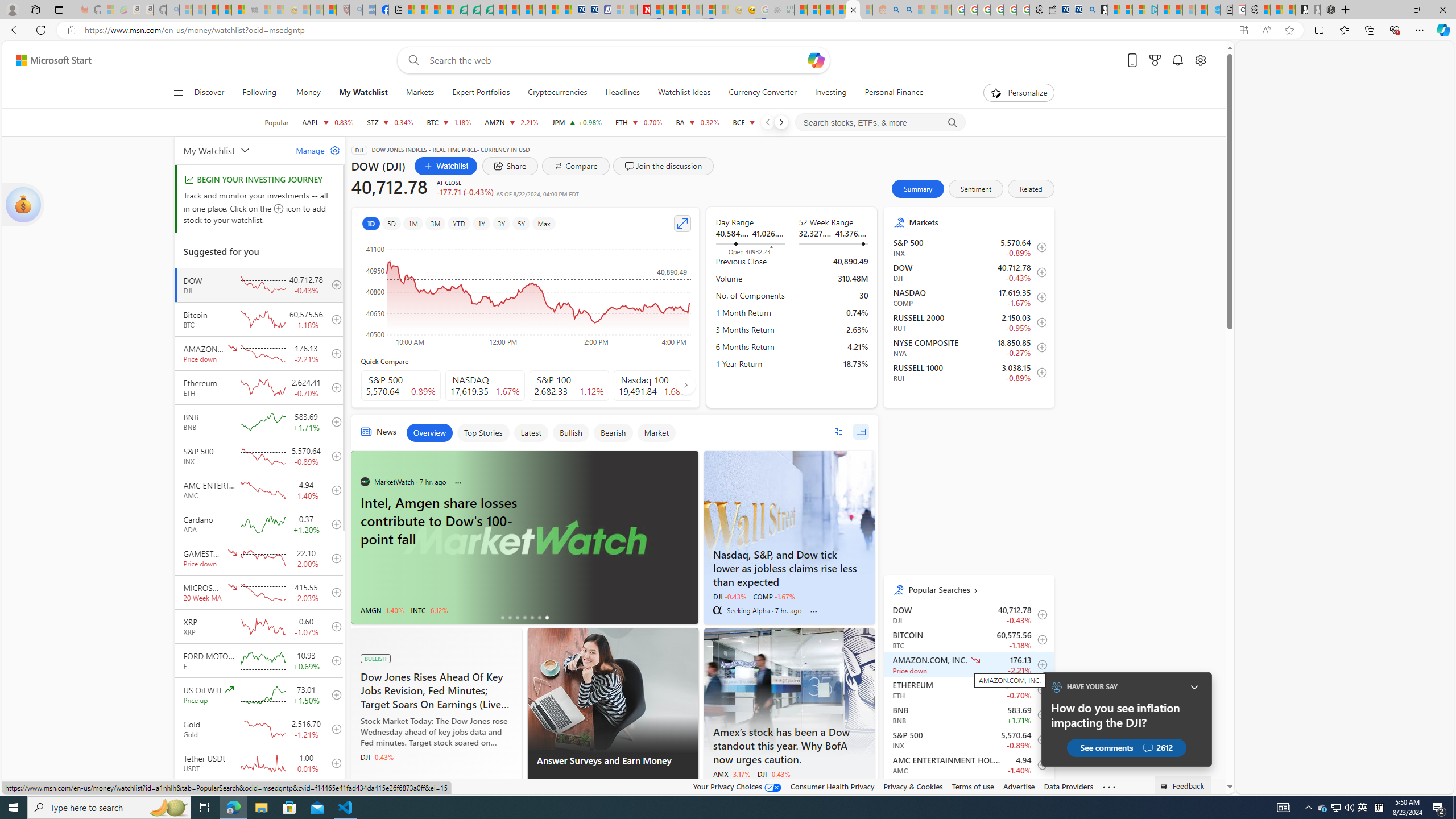 This screenshot has width=1456, height=819. What do you see at coordinates (250, 9) in the screenshot?
I see `'Combat Siege'` at bounding box center [250, 9].